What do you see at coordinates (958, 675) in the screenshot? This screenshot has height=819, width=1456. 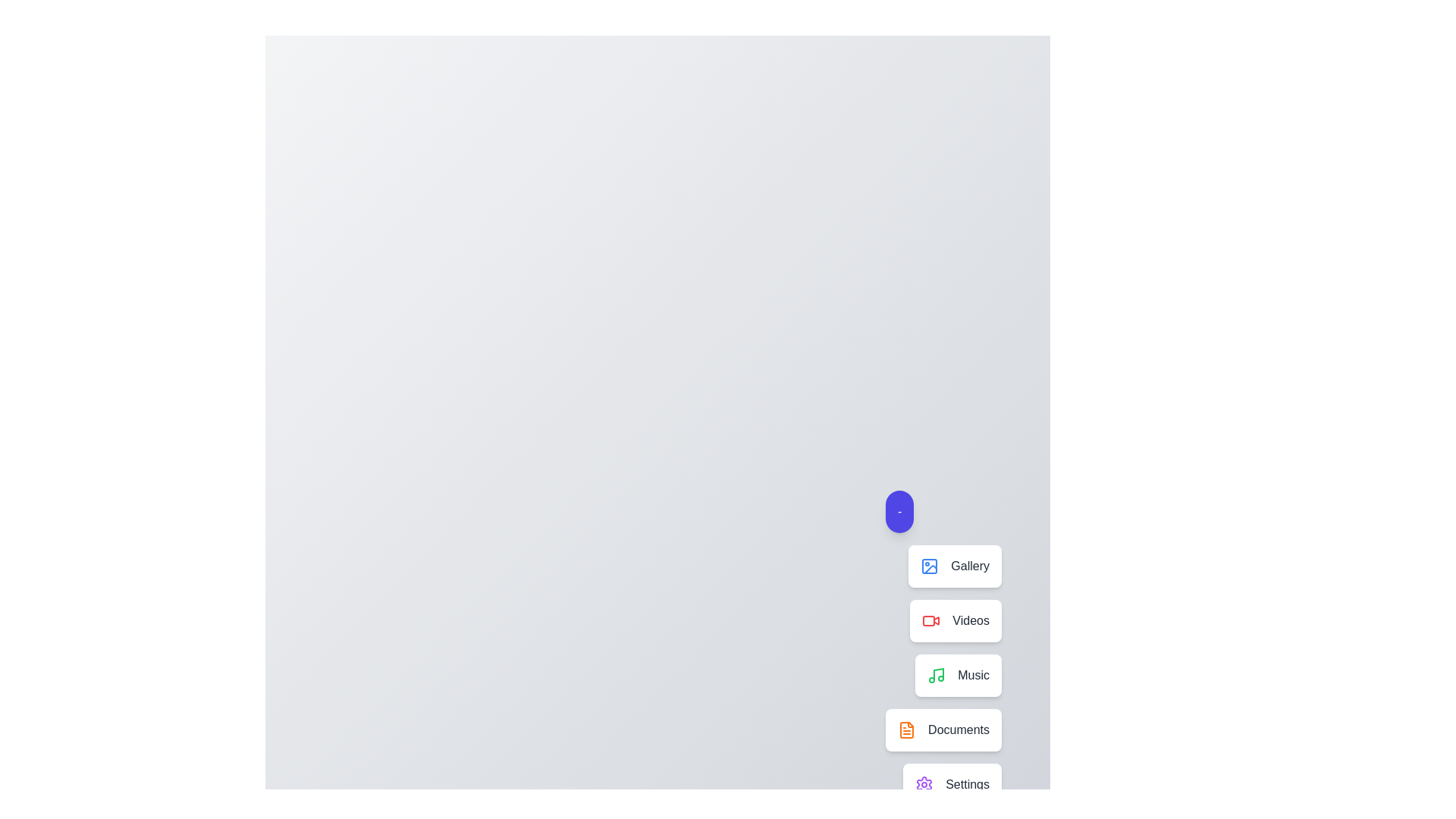 I see `the Music in the speed dial menu` at bounding box center [958, 675].